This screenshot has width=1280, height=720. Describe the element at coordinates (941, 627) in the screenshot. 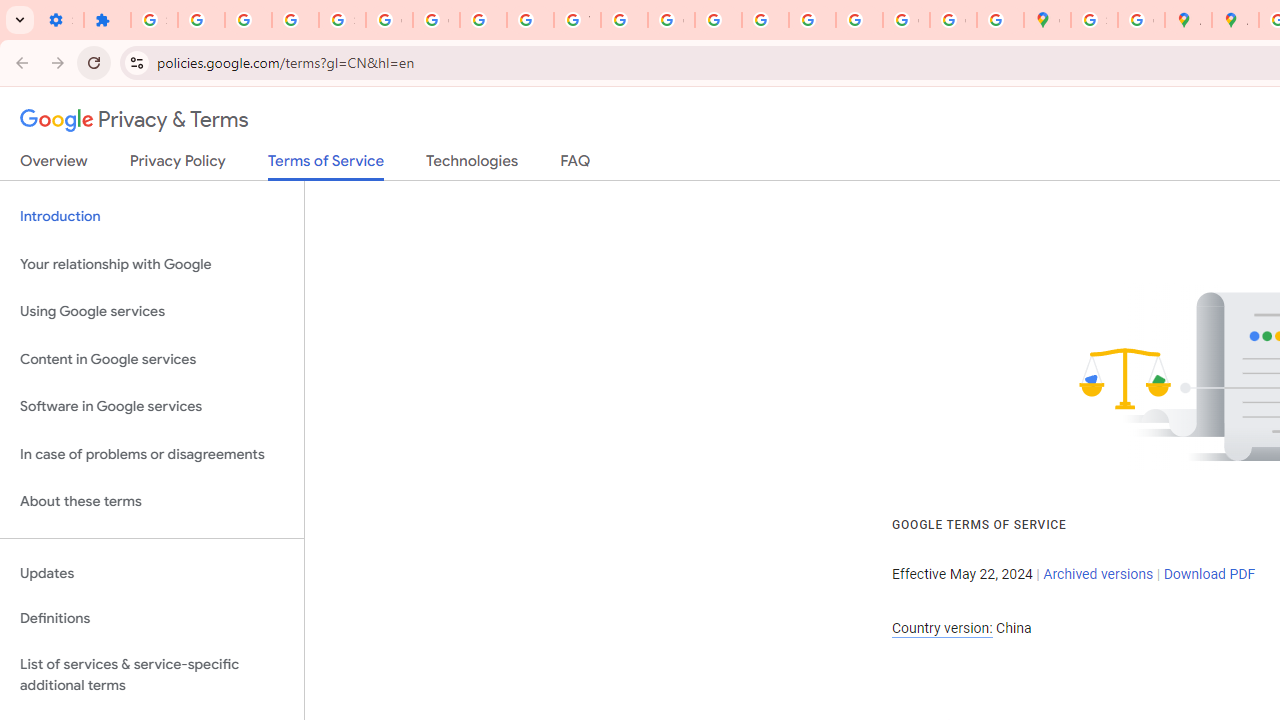

I see `'Country version:'` at that location.